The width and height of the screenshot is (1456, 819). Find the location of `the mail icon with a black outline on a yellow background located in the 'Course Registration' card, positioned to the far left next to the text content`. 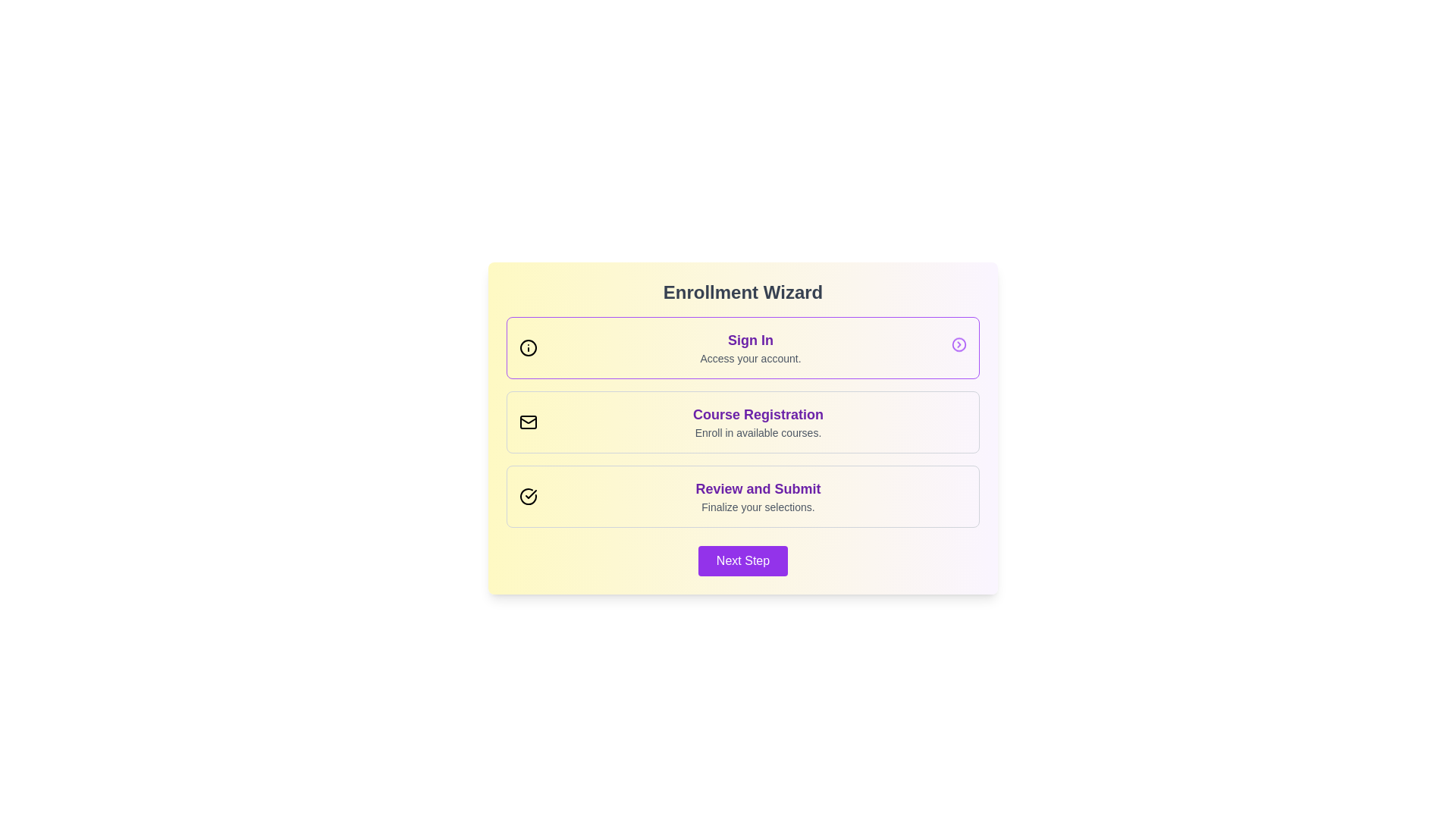

the mail icon with a black outline on a yellow background located in the 'Course Registration' card, positioned to the far left next to the text content is located at coordinates (528, 422).